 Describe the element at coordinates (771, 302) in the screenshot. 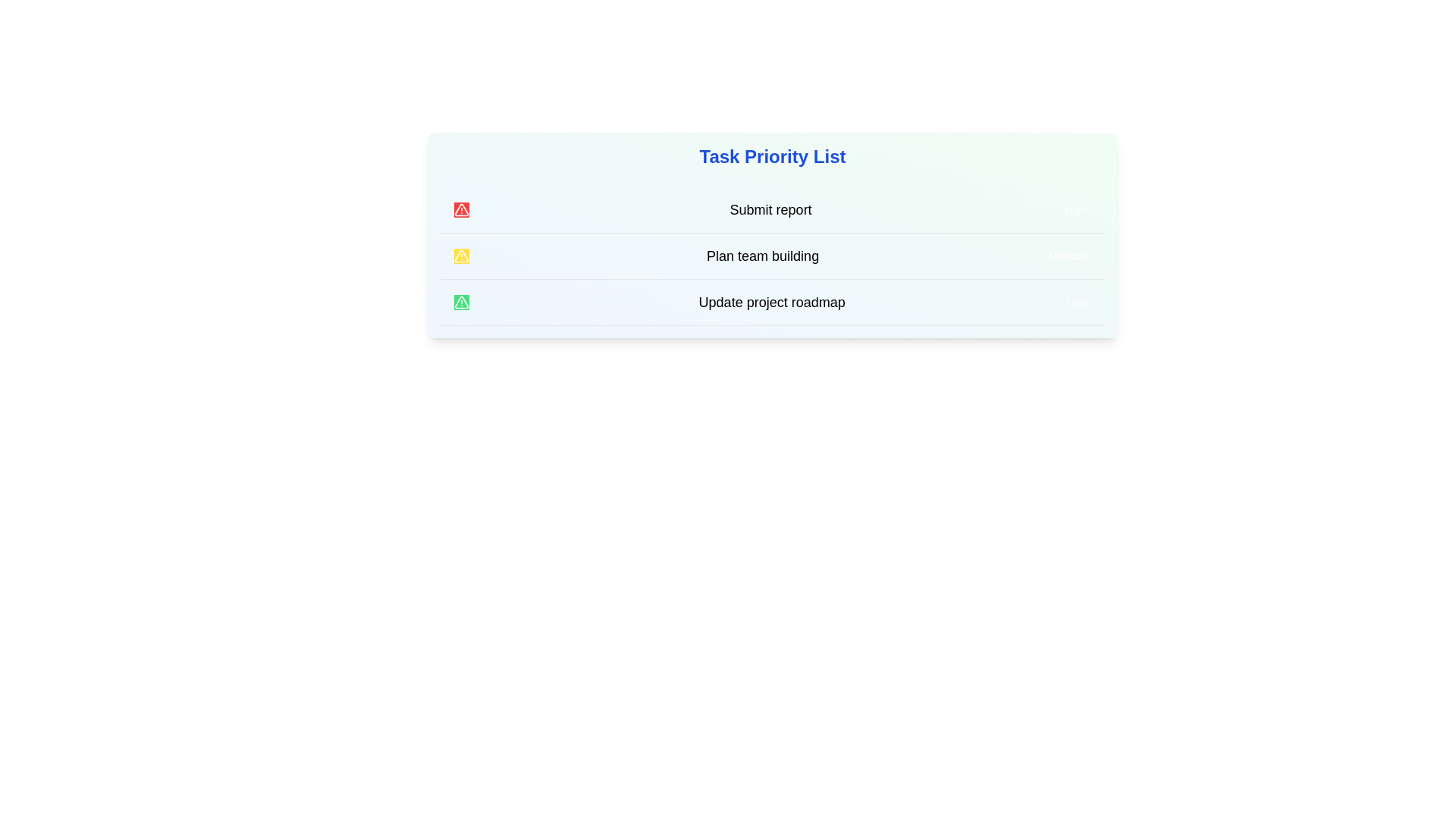

I see `the task title corresponding to Update project roadmap` at that location.